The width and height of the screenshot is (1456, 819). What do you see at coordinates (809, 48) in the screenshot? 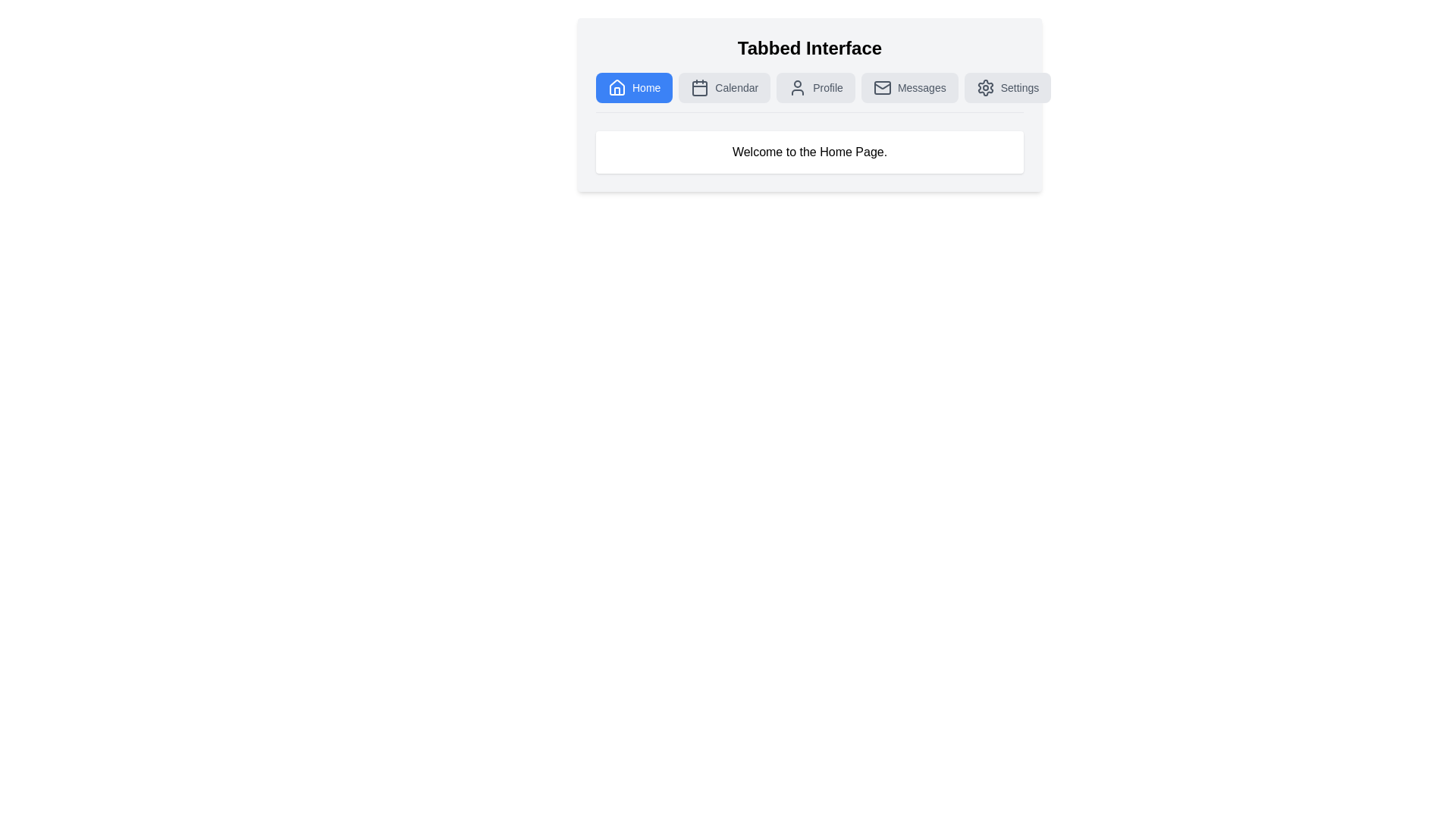
I see `the bold, centered text heading reading 'Tabbed Interface' which is styled in a large font size and positioned above the navigational tabs` at bounding box center [809, 48].